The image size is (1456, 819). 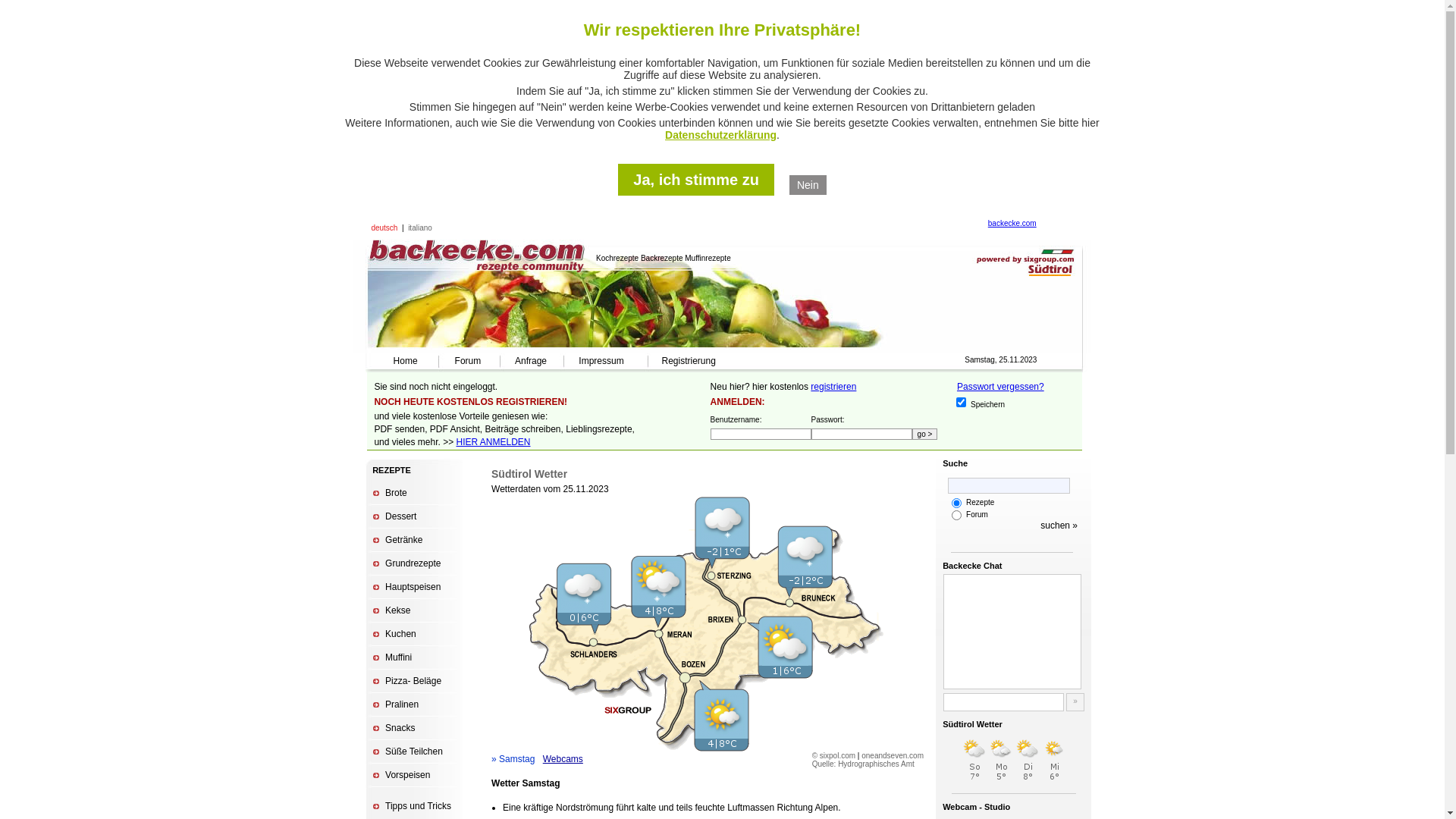 What do you see at coordinates (413, 563) in the screenshot?
I see `'Grundrezepte'` at bounding box center [413, 563].